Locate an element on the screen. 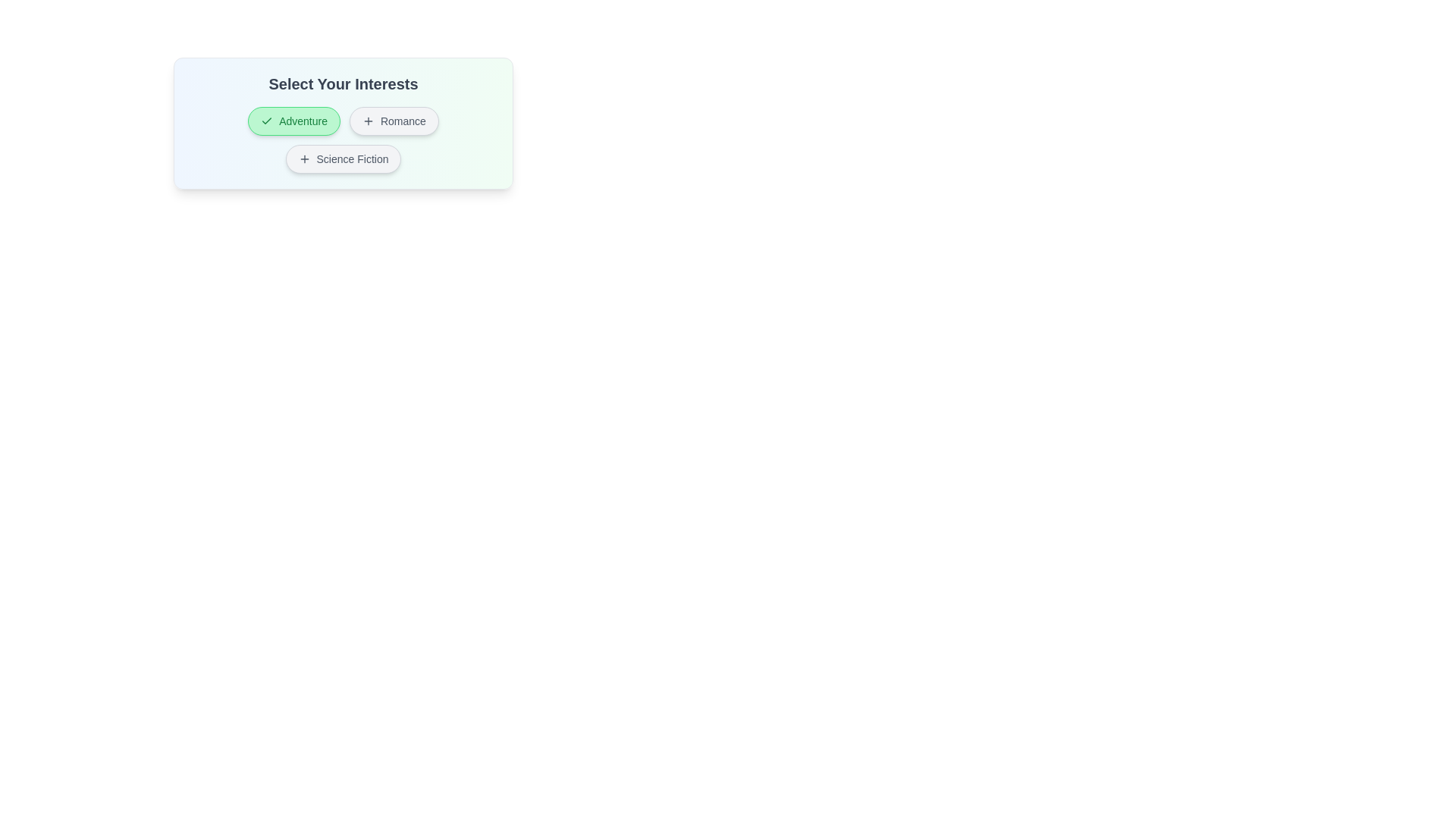 This screenshot has width=1456, height=819. the chip labeled Adventure is located at coordinates (294, 120).